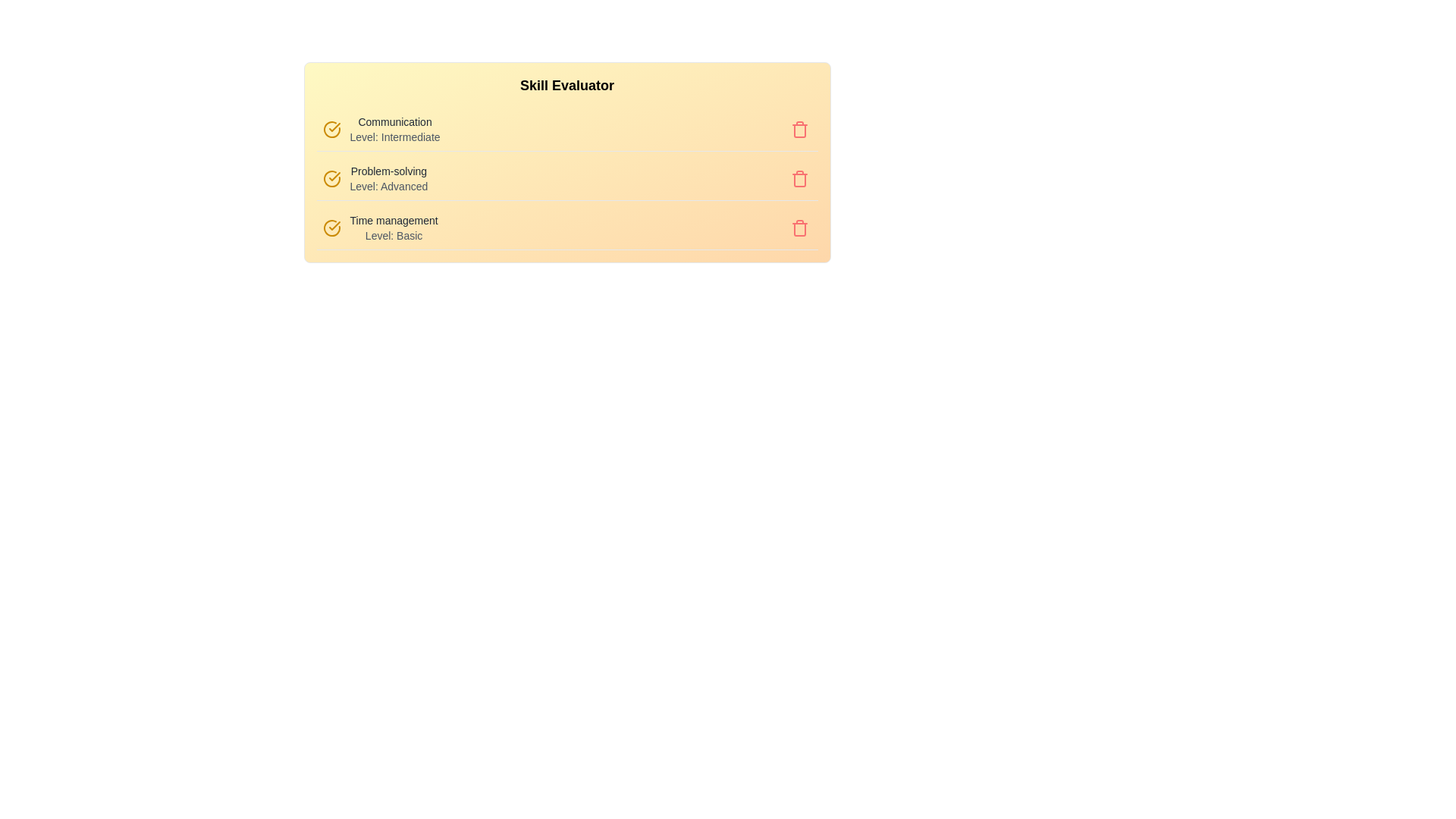  What do you see at coordinates (393, 227) in the screenshot?
I see `the skill text corresponding to Time management` at bounding box center [393, 227].